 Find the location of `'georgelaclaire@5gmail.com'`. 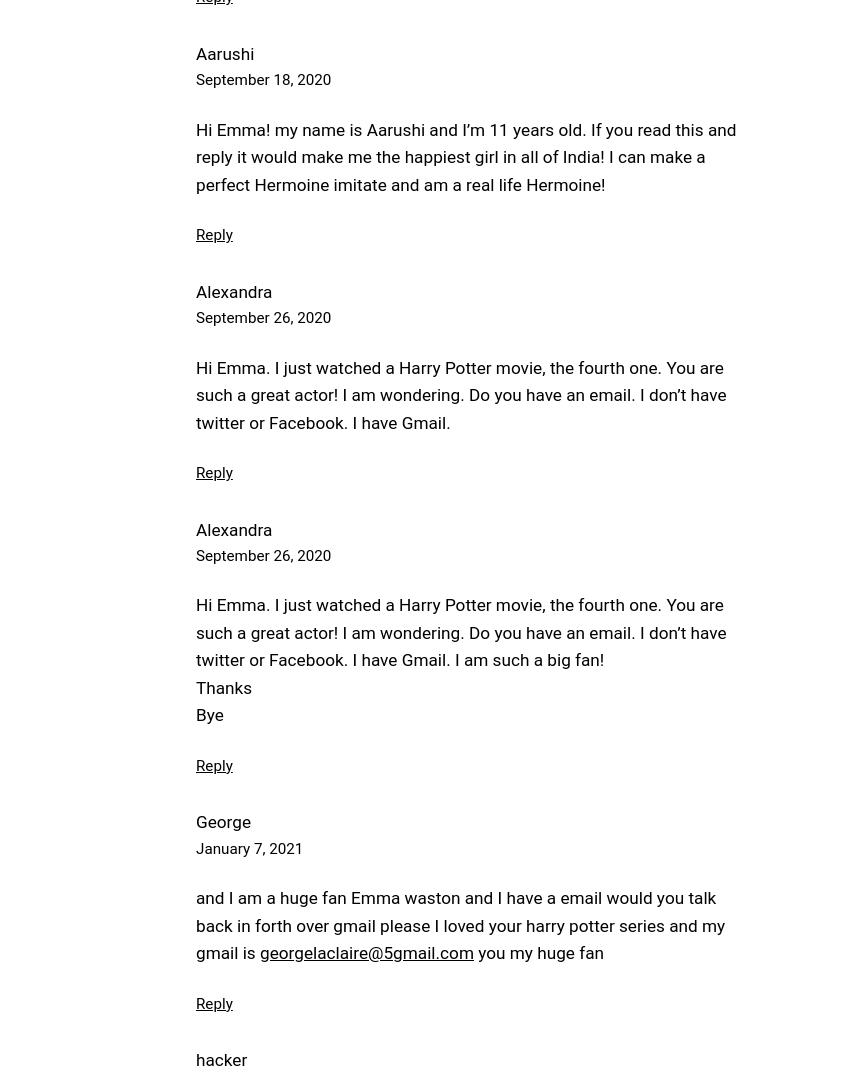

'georgelaclaire@5gmail.com' is located at coordinates (365, 952).